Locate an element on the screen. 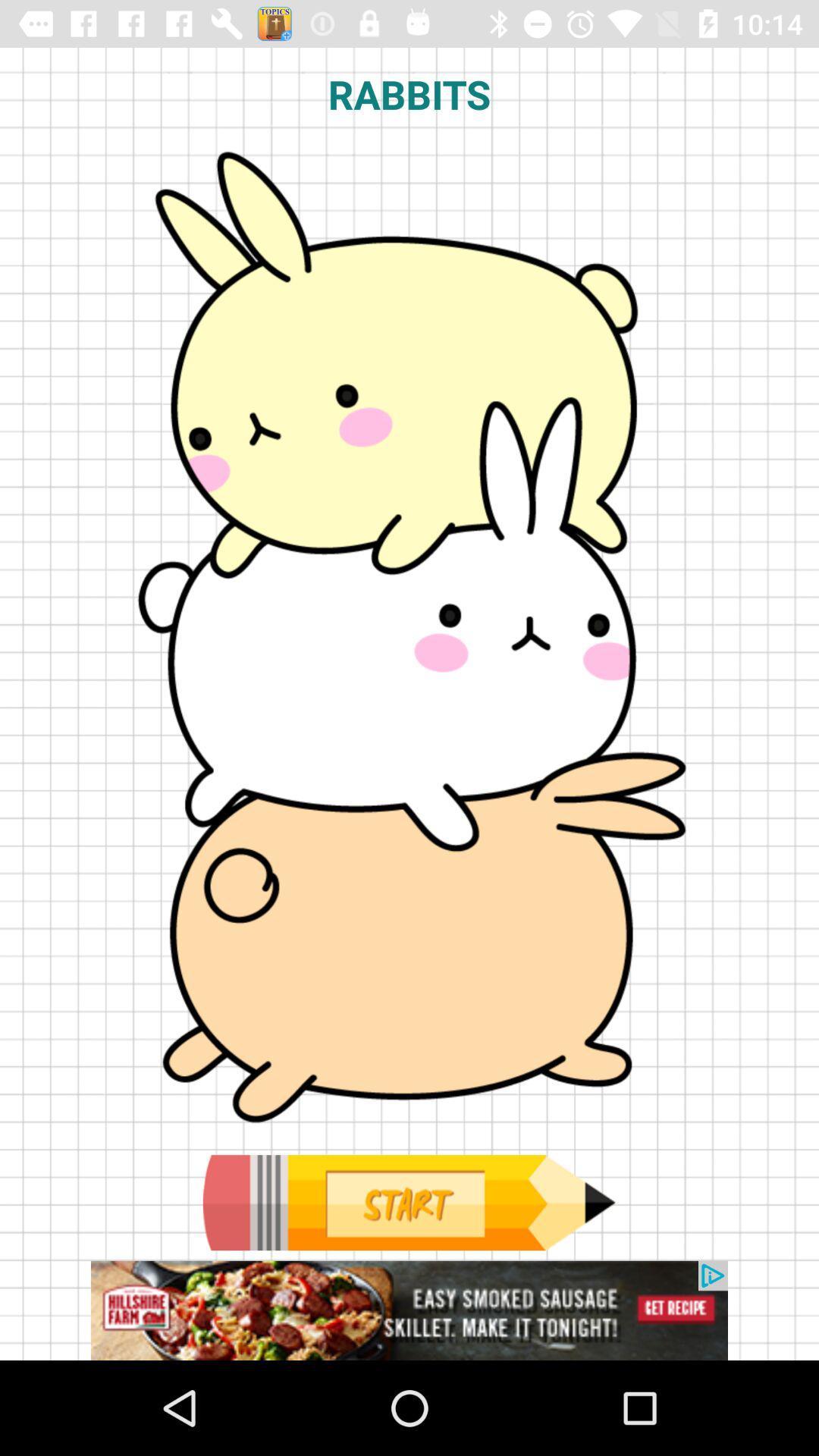  start this is located at coordinates (408, 1202).